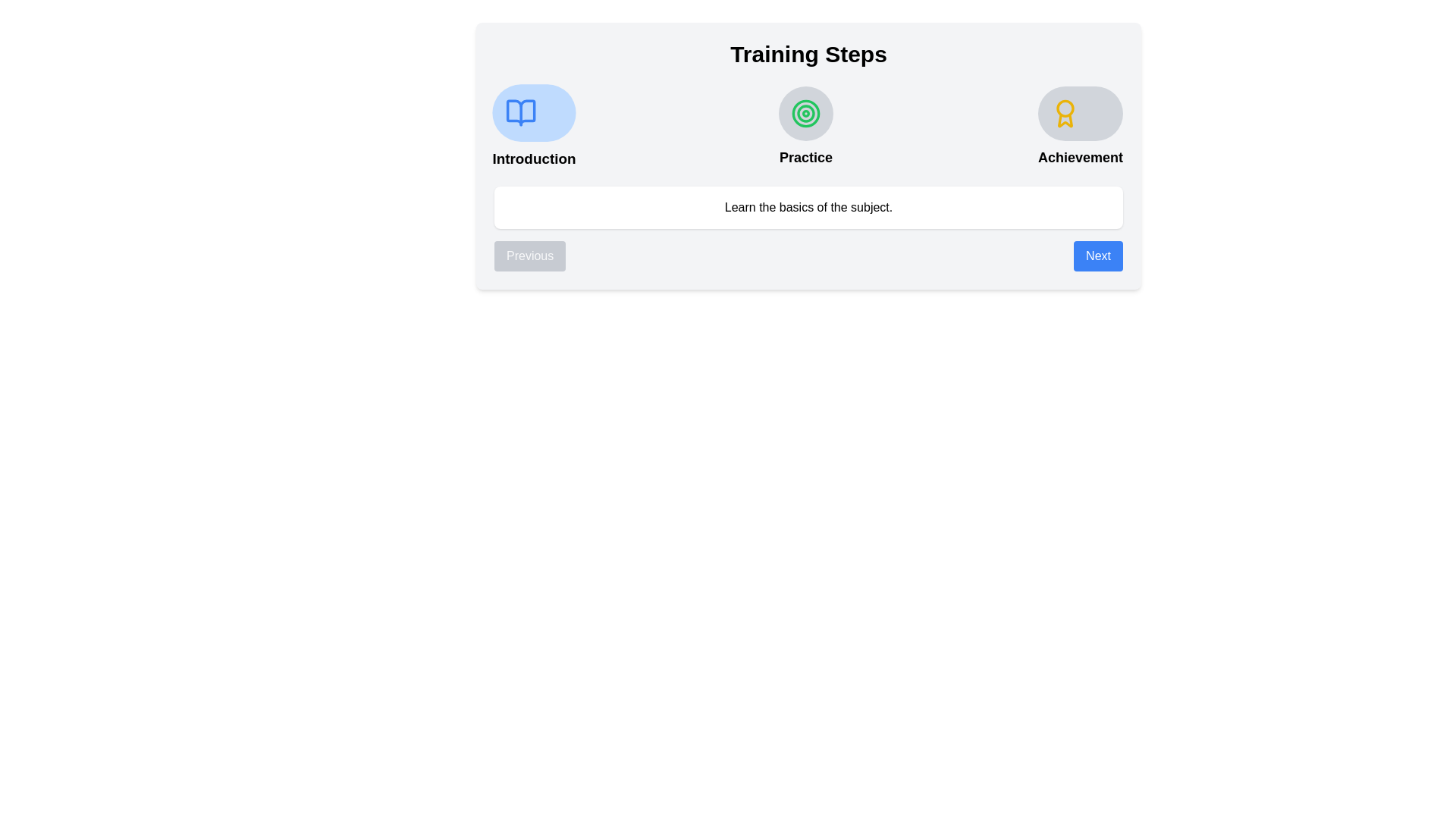 Image resolution: width=1456 pixels, height=819 pixels. I want to click on 'Next' button to advance to the next step, so click(1098, 256).